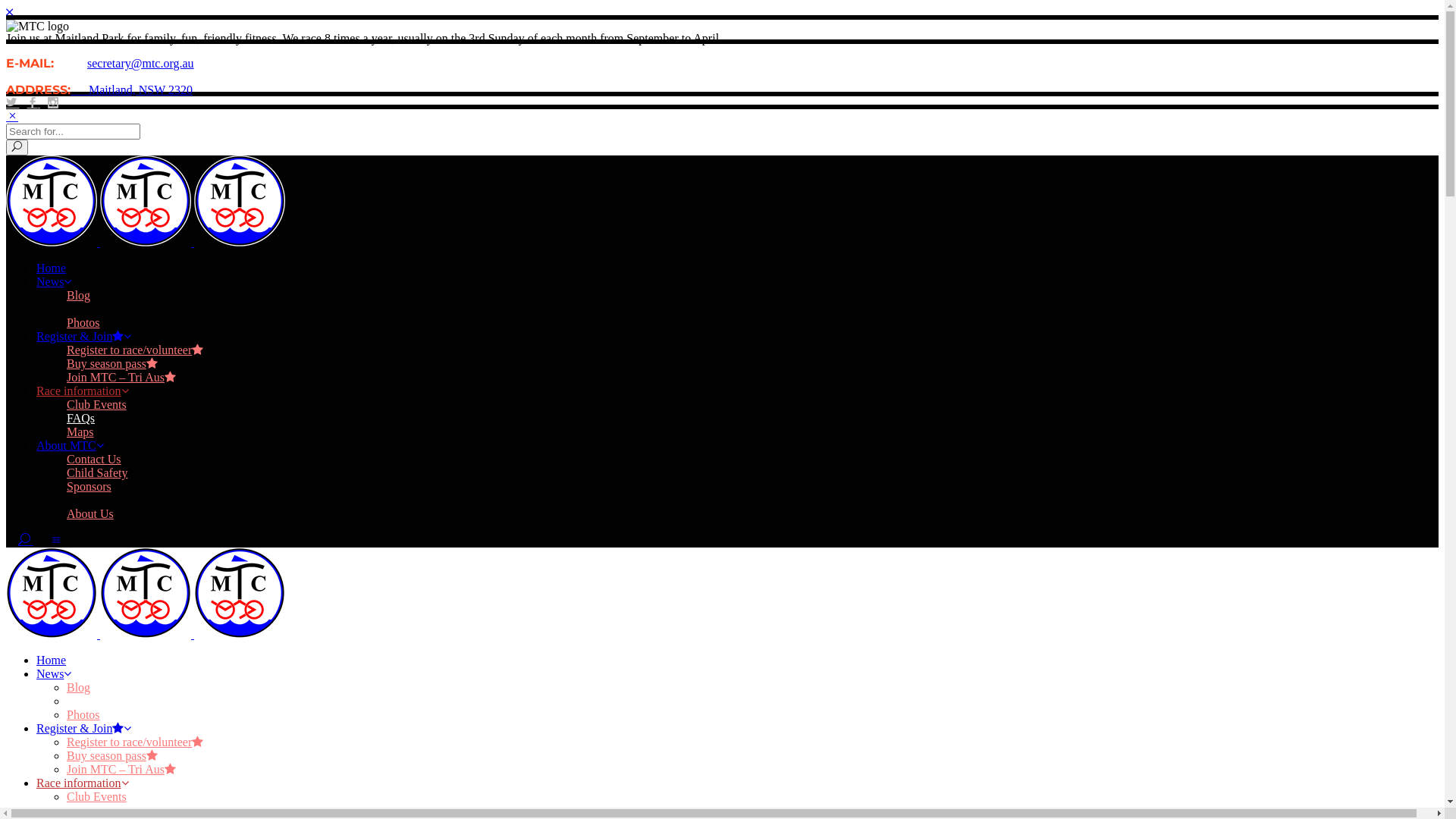  Describe the element at coordinates (82, 783) in the screenshot. I see `'Race information'` at that location.